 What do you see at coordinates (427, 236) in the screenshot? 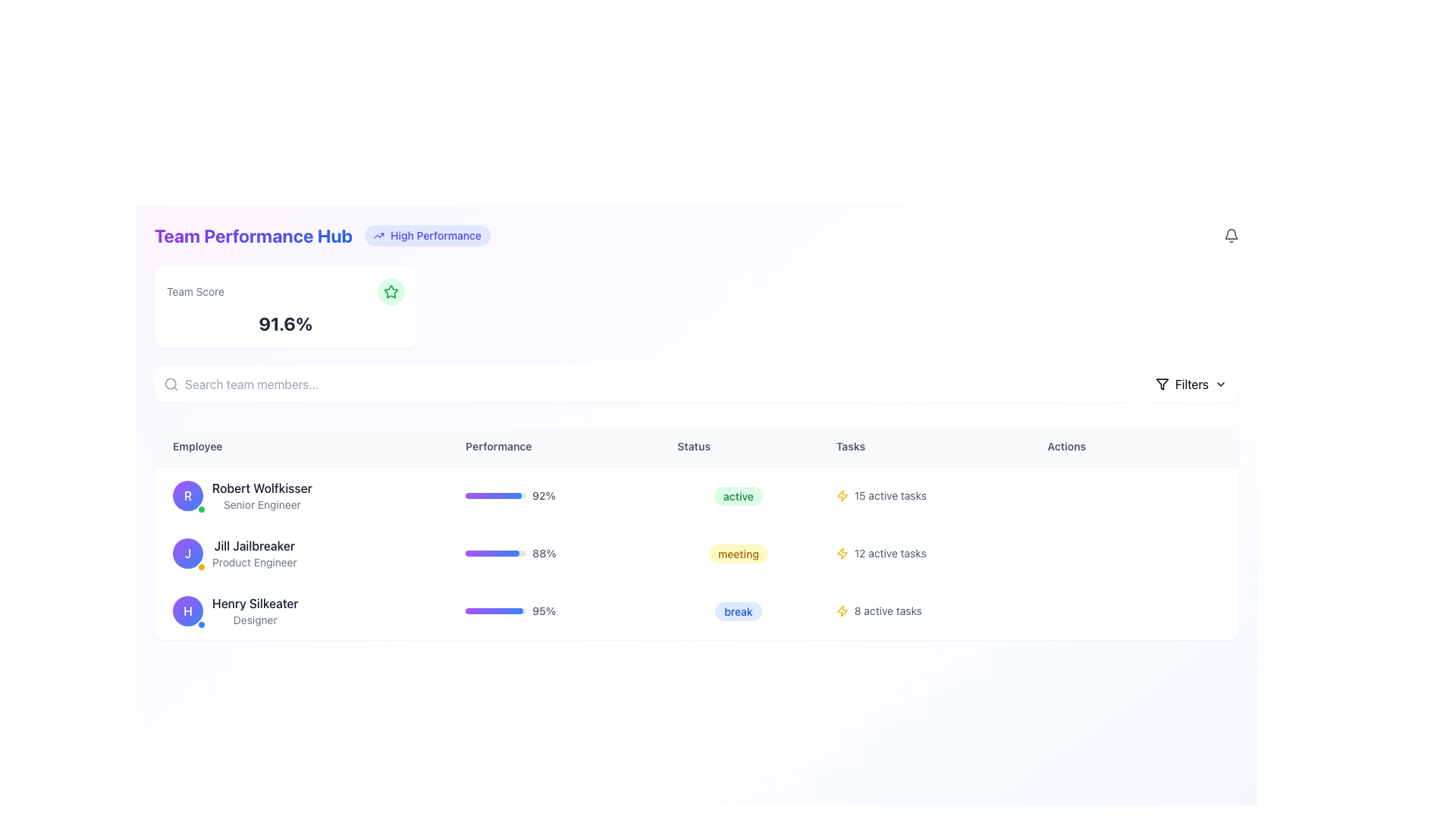
I see `the pill-shaped button with a light indigo background containing an upward arrow icon and the text 'High Performance', located to the right of 'Team Performance Hub'` at bounding box center [427, 236].